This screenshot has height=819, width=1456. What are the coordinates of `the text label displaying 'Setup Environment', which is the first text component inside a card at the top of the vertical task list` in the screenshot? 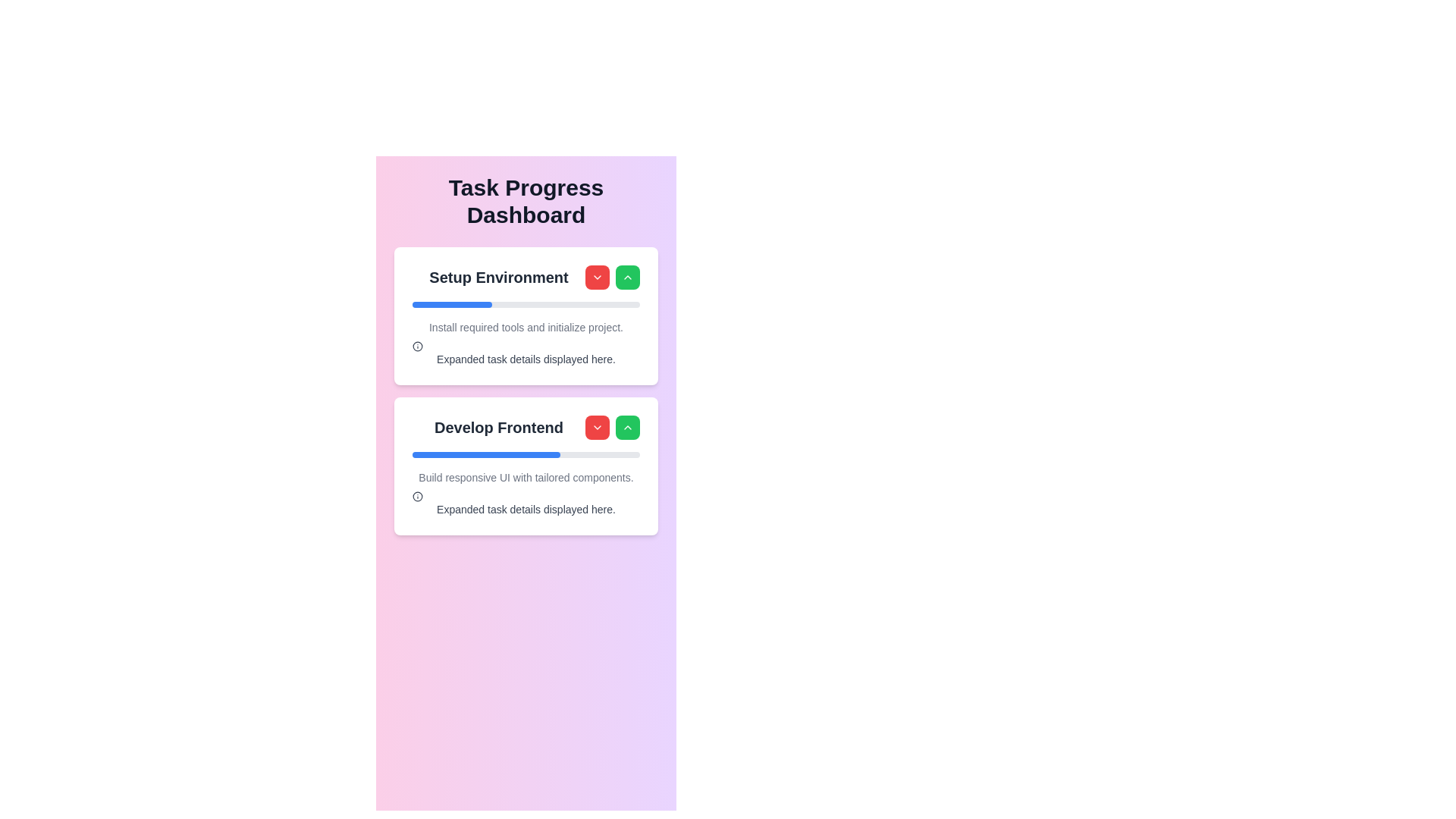 It's located at (498, 278).